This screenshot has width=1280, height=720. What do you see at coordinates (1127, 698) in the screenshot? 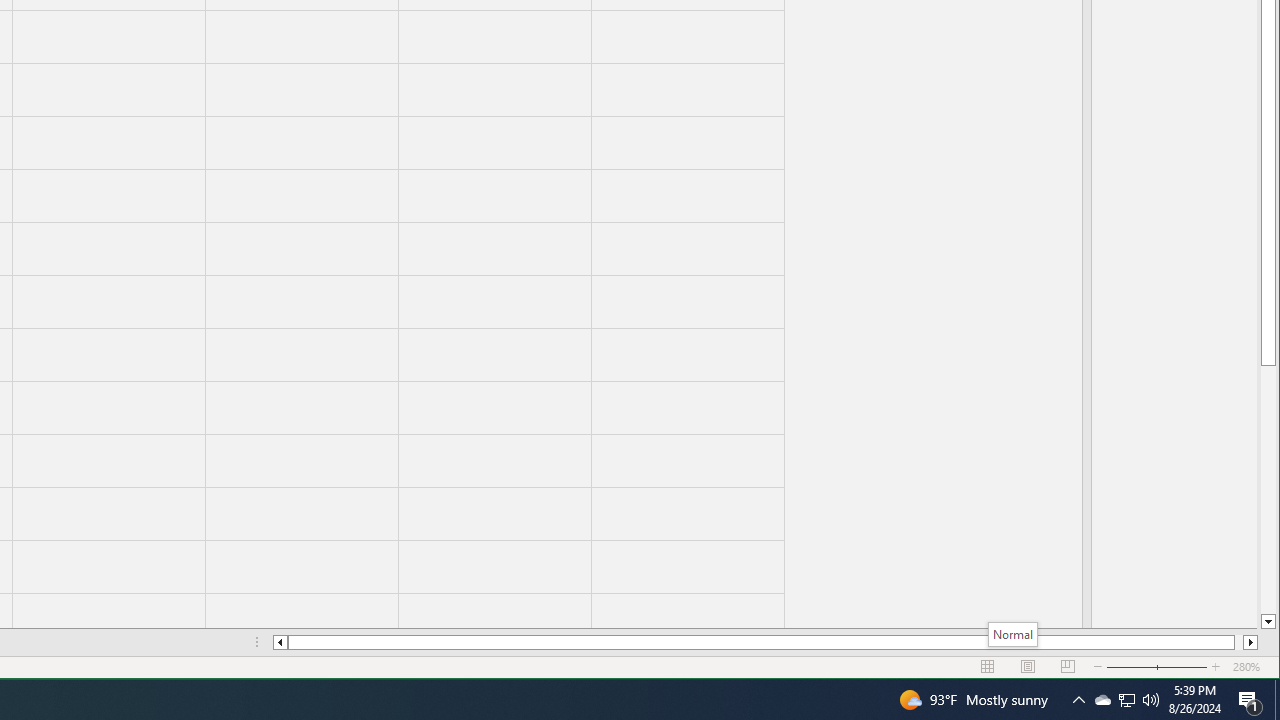
I see `'User Promoted Notification Area'` at bounding box center [1127, 698].